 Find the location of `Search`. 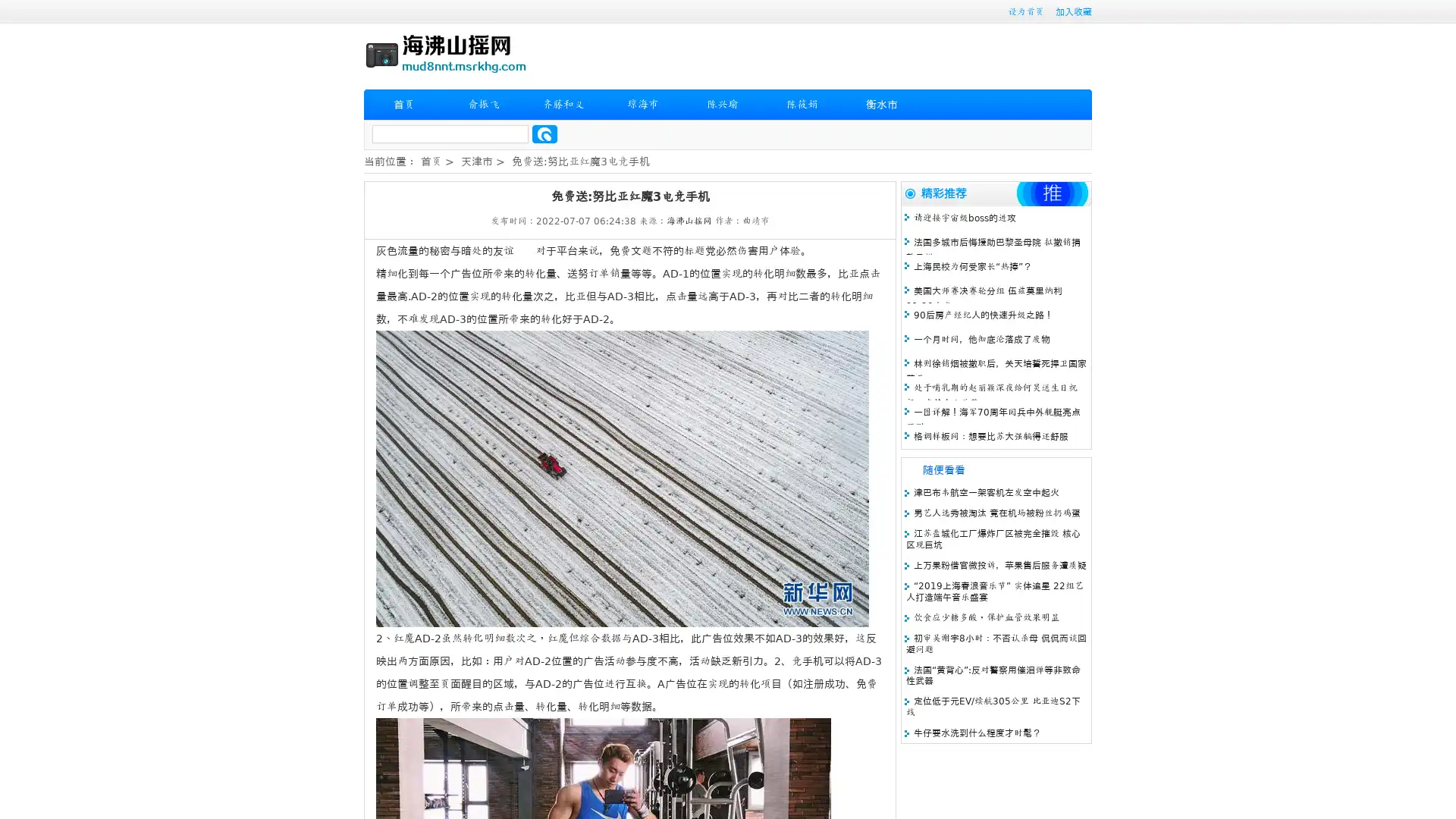

Search is located at coordinates (544, 133).